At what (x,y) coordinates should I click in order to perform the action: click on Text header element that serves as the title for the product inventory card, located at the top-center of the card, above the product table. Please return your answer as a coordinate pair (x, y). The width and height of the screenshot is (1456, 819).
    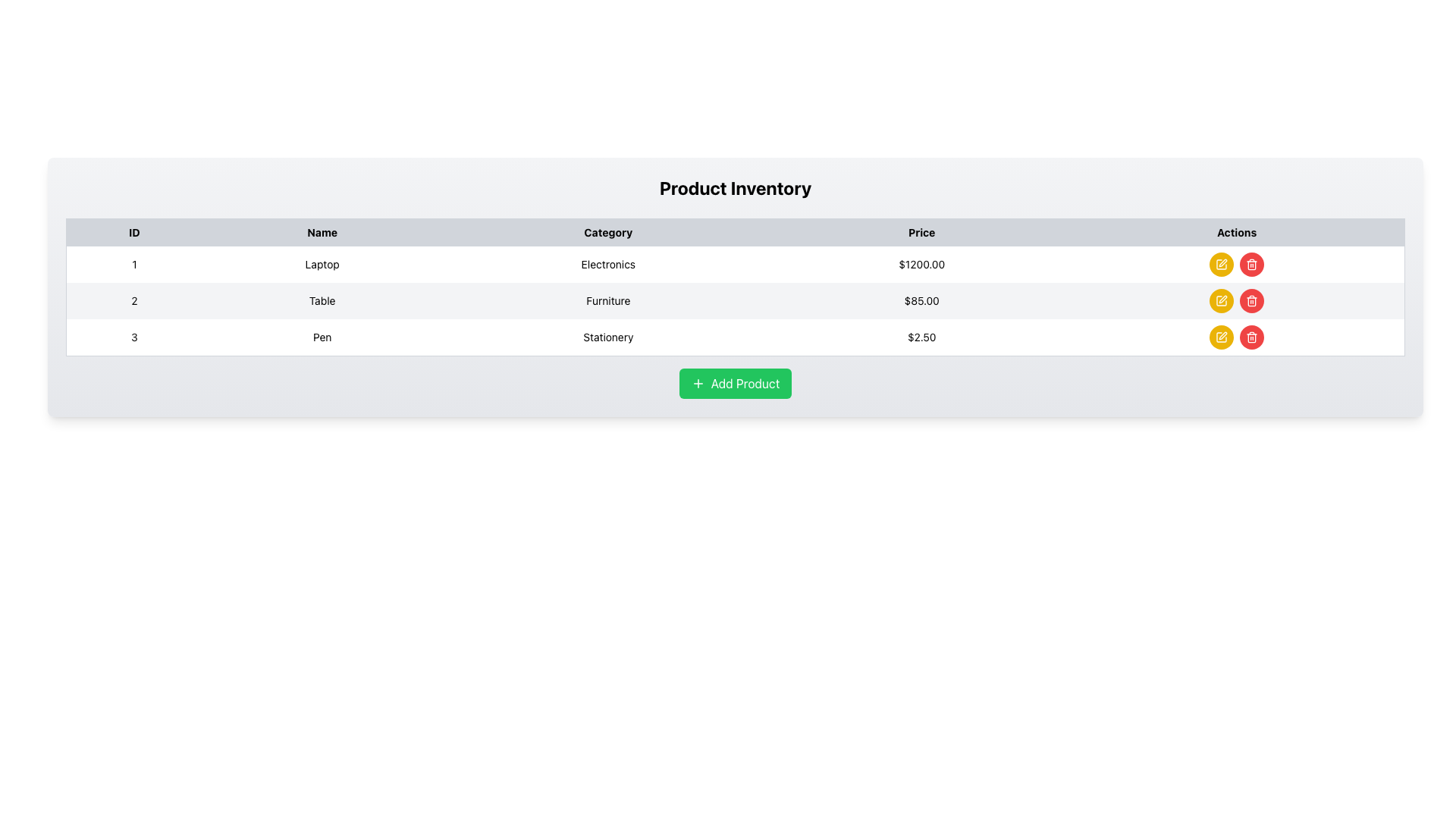
    Looking at the image, I should click on (735, 187).